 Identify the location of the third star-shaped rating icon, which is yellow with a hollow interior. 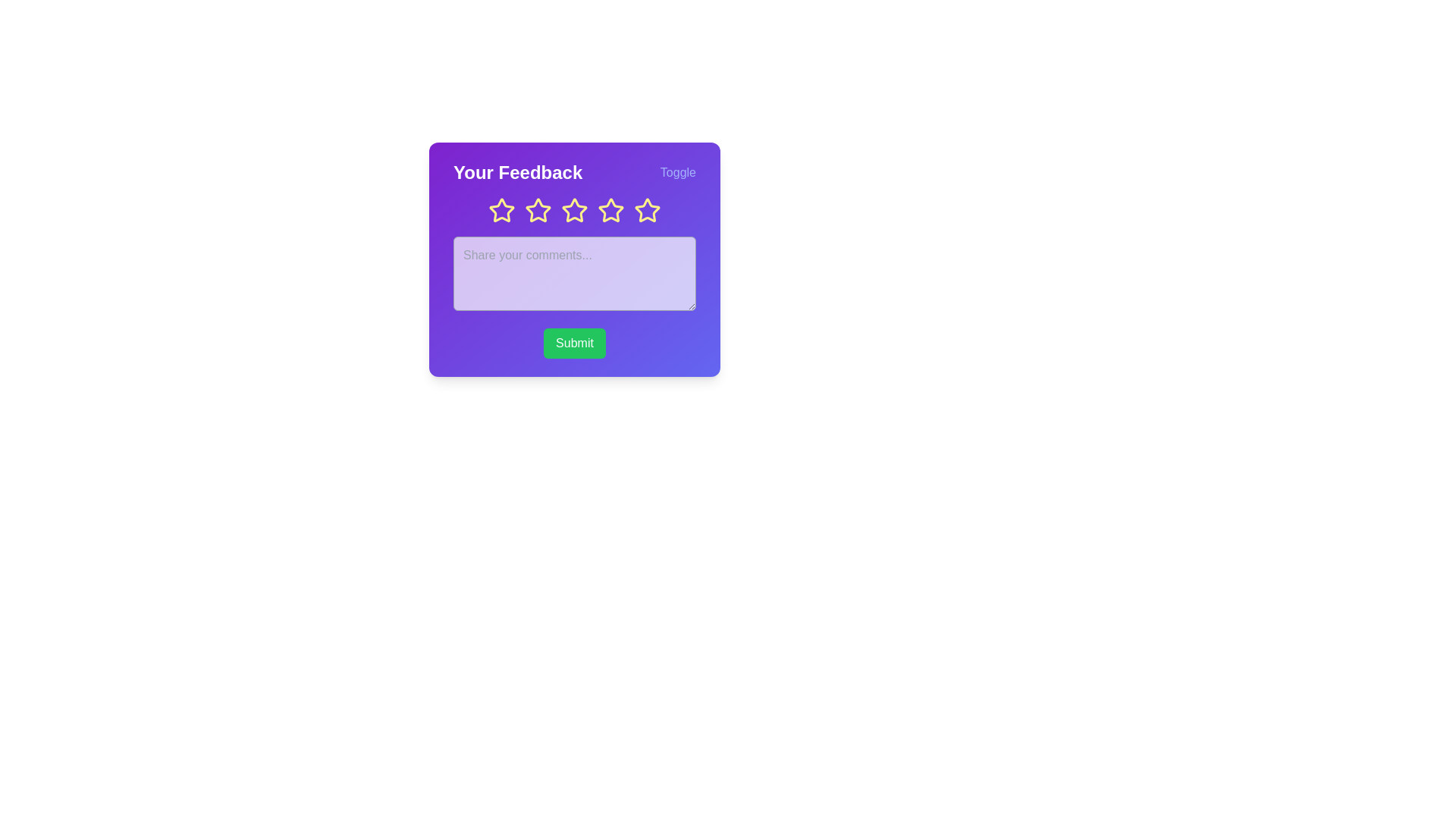
(574, 210).